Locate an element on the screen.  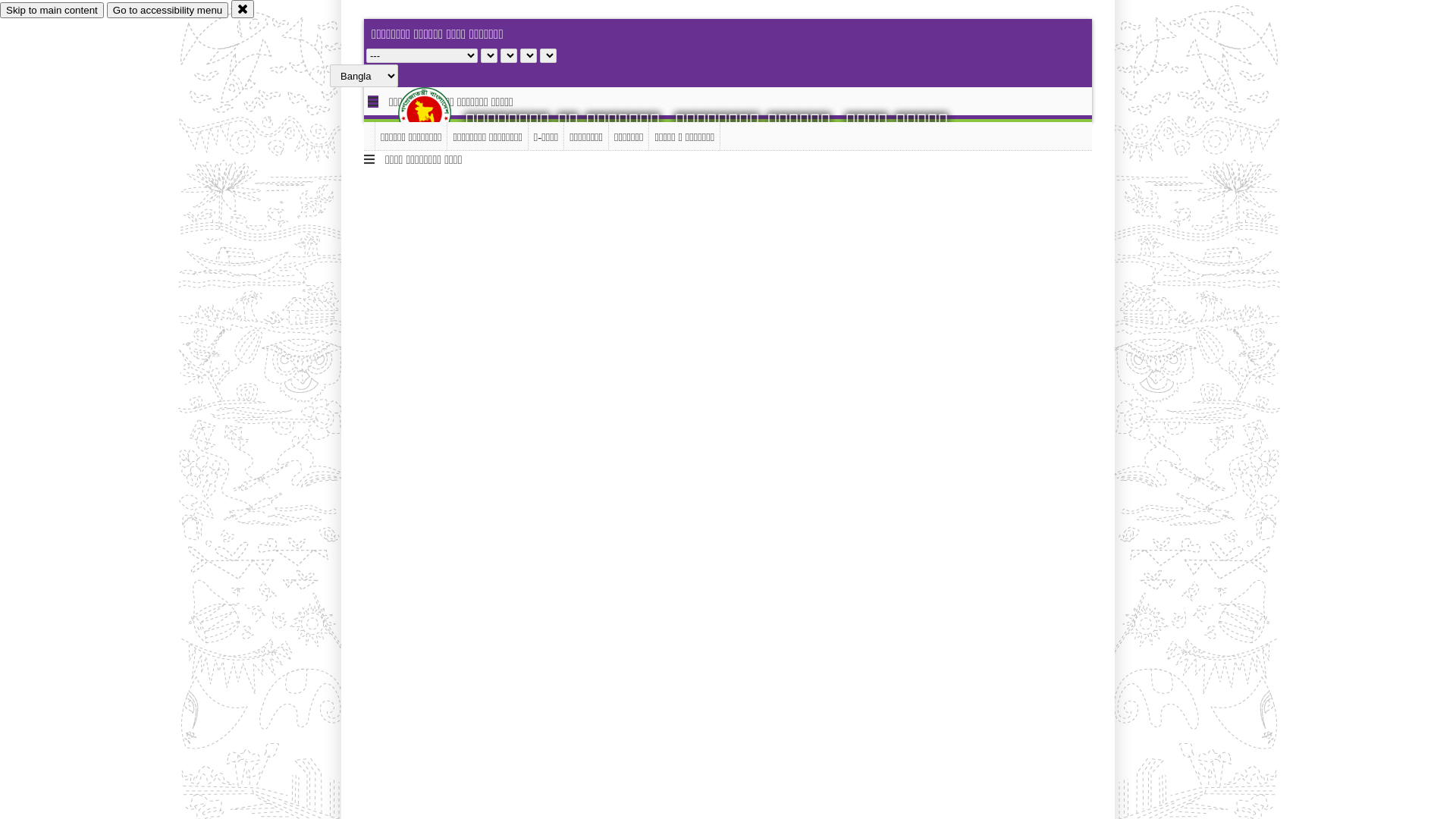
' is located at coordinates (436, 112).